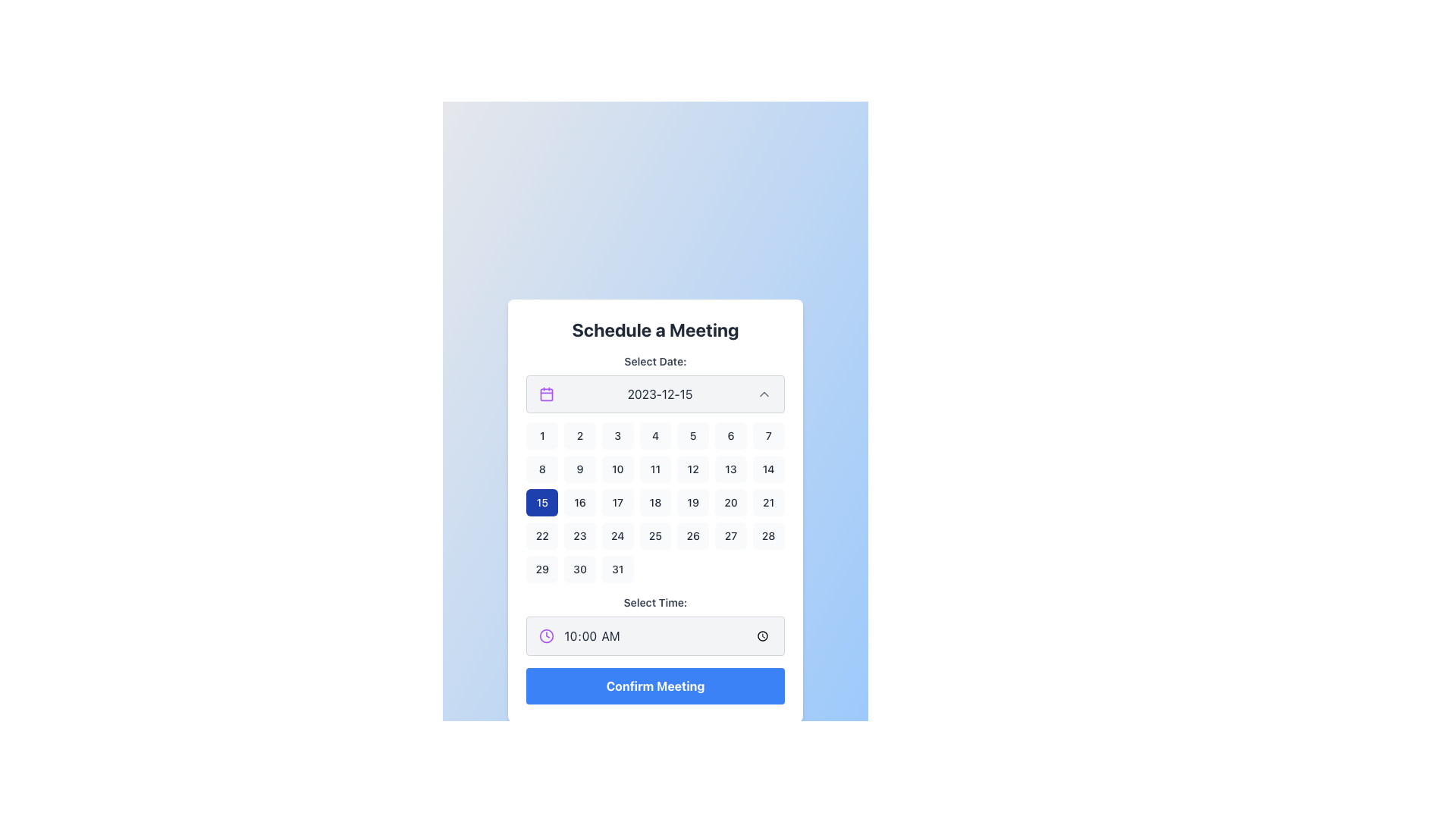 The image size is (1456, 819). Describe the element at coordinates (579, 435) in the screenshot. I see `the button labeled '2' with a light gray background, located in the second column of the topmost row in the calendar grid layout` at that location.